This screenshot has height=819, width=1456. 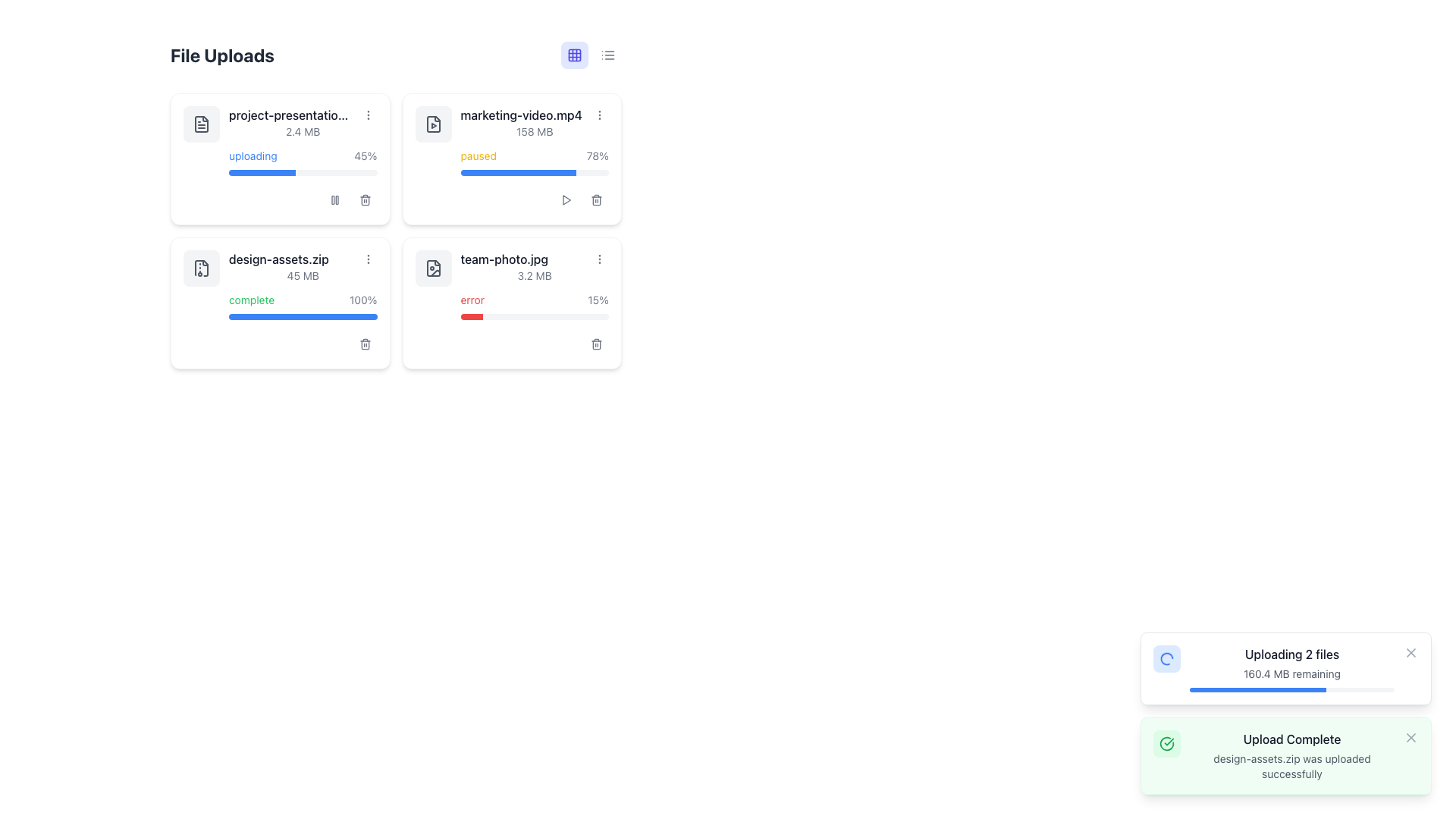 I want to click on the text label indicating 'paused' in italicized yellow text, located on the second card in the upper-right quadrant, above a progress bar and next to the file name 'marketing-video.mp4', so click(x=478, y=155).